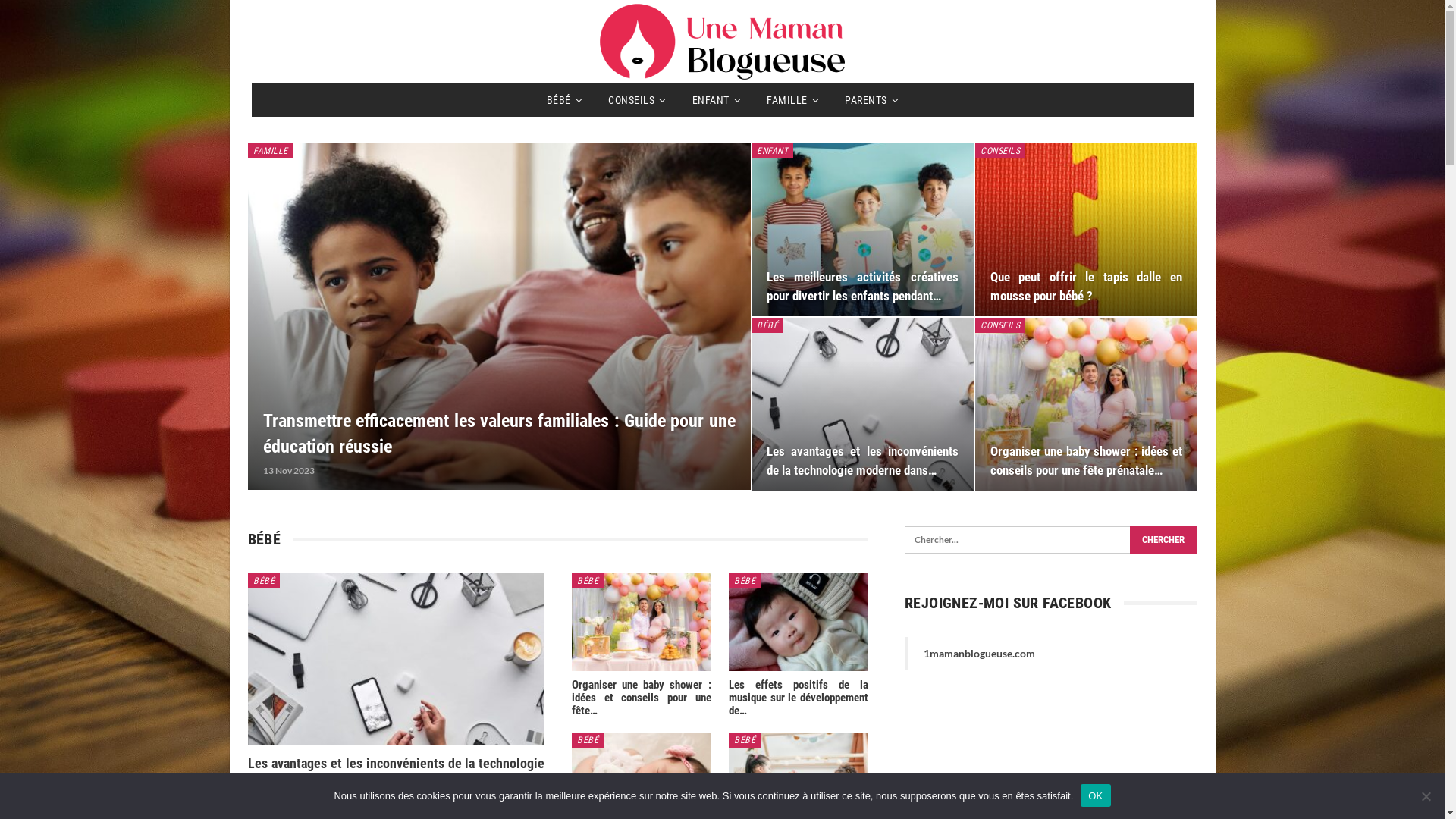  What do you see at coordinates (716, 99) in the screenshot?
I see `'ENFANT'` at bounding box center [716, 99].